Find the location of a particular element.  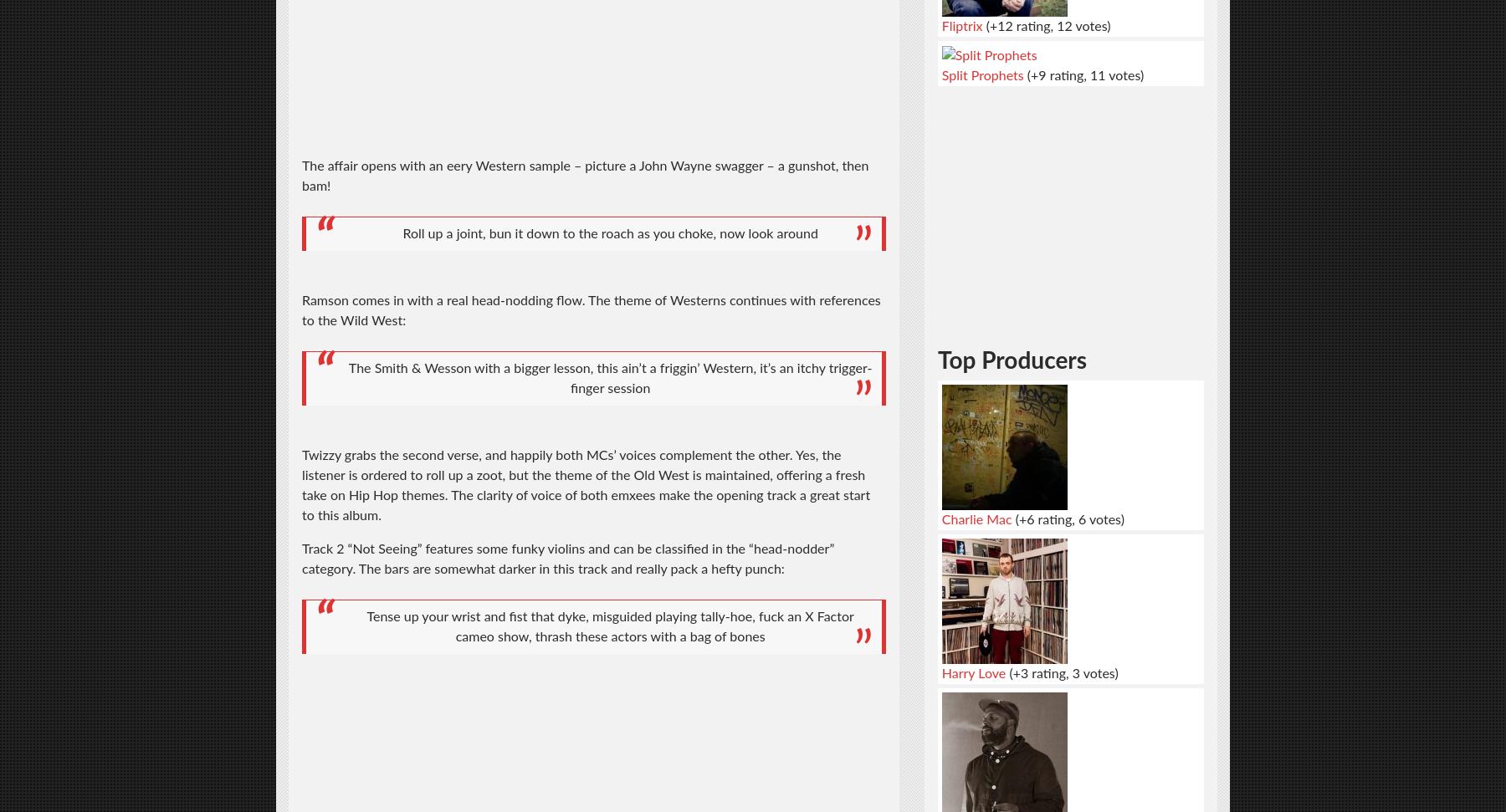

'(+12 rating, 12 votes)' is located at coordinates (1046, 25).